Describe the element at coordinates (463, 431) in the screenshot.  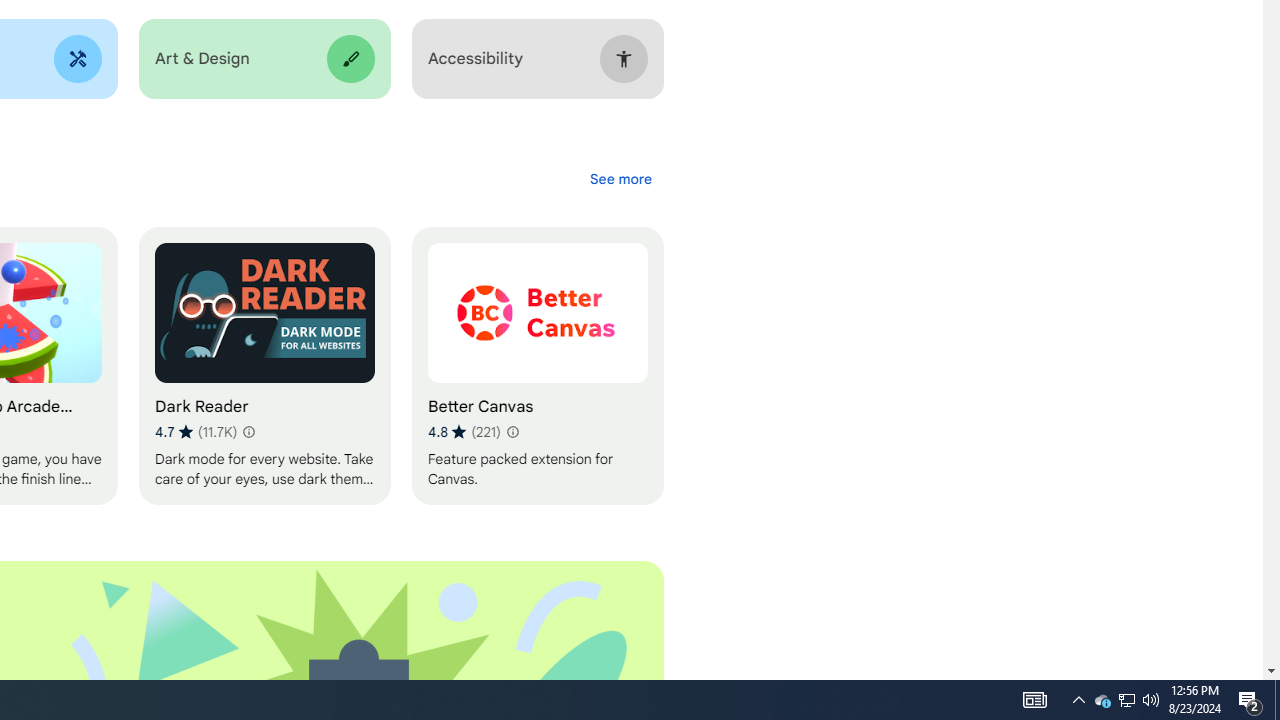
I see `'Average rating 4.8 out of 5 stars. 221 ratings.'` at that location.